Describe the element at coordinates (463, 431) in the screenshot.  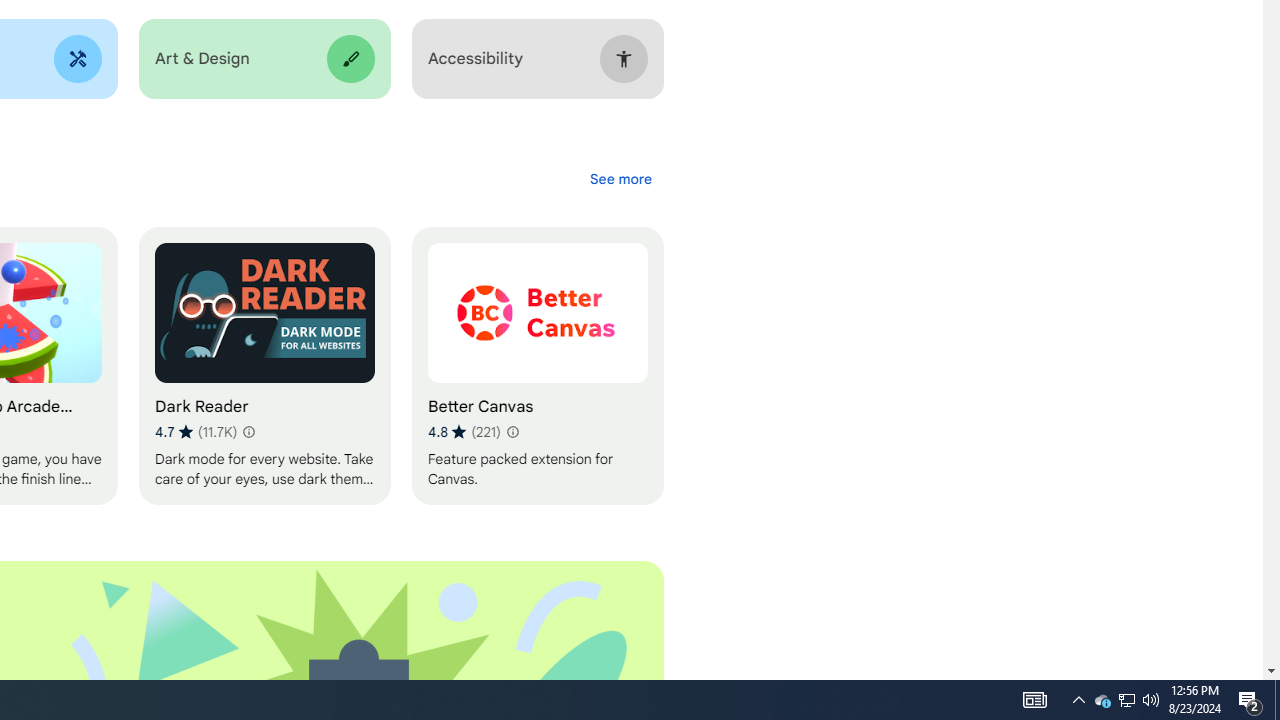
I see `'Average rating 4.8 out of 5 stars. 221 ratings.'` at that location.